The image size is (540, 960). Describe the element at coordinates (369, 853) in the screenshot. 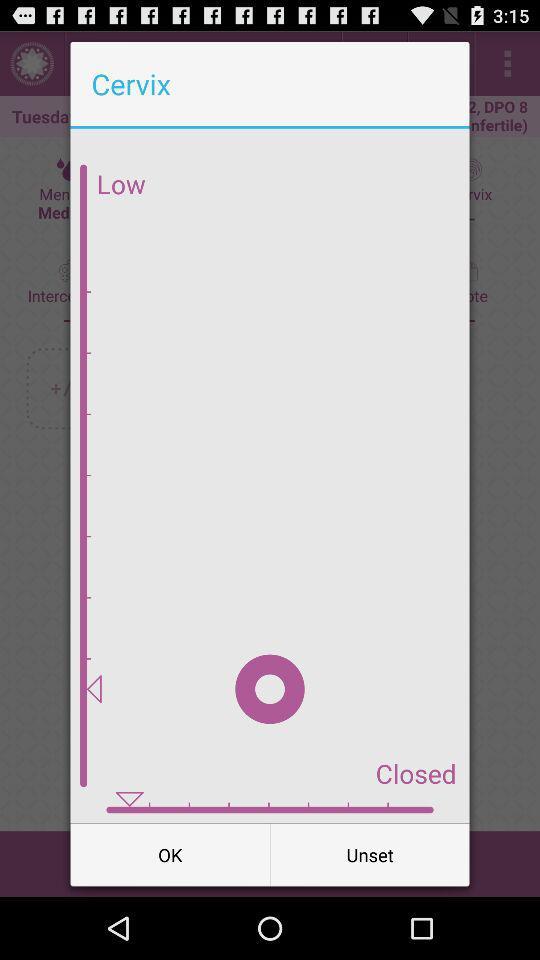

I see `the icon to the right of ok icon` at that location.